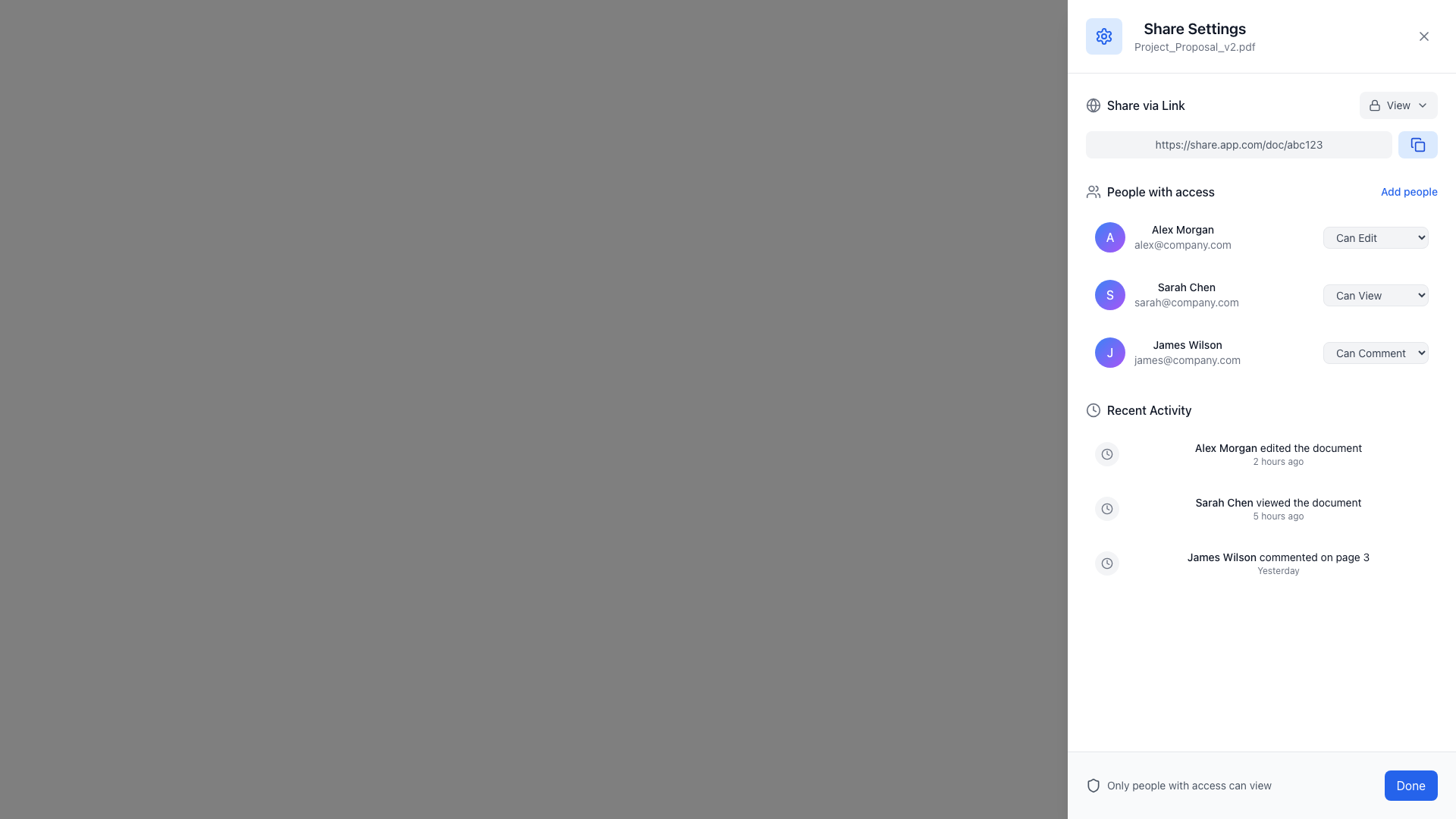 The height and width of the screenshot is (819, 1456). What do you see at coordinates (1415, 143) in the screenshot?
I see `the button icon located in the top-right corner of the user interface to copy the shareable link to the clipboard` at bounding box center [1415, 143].